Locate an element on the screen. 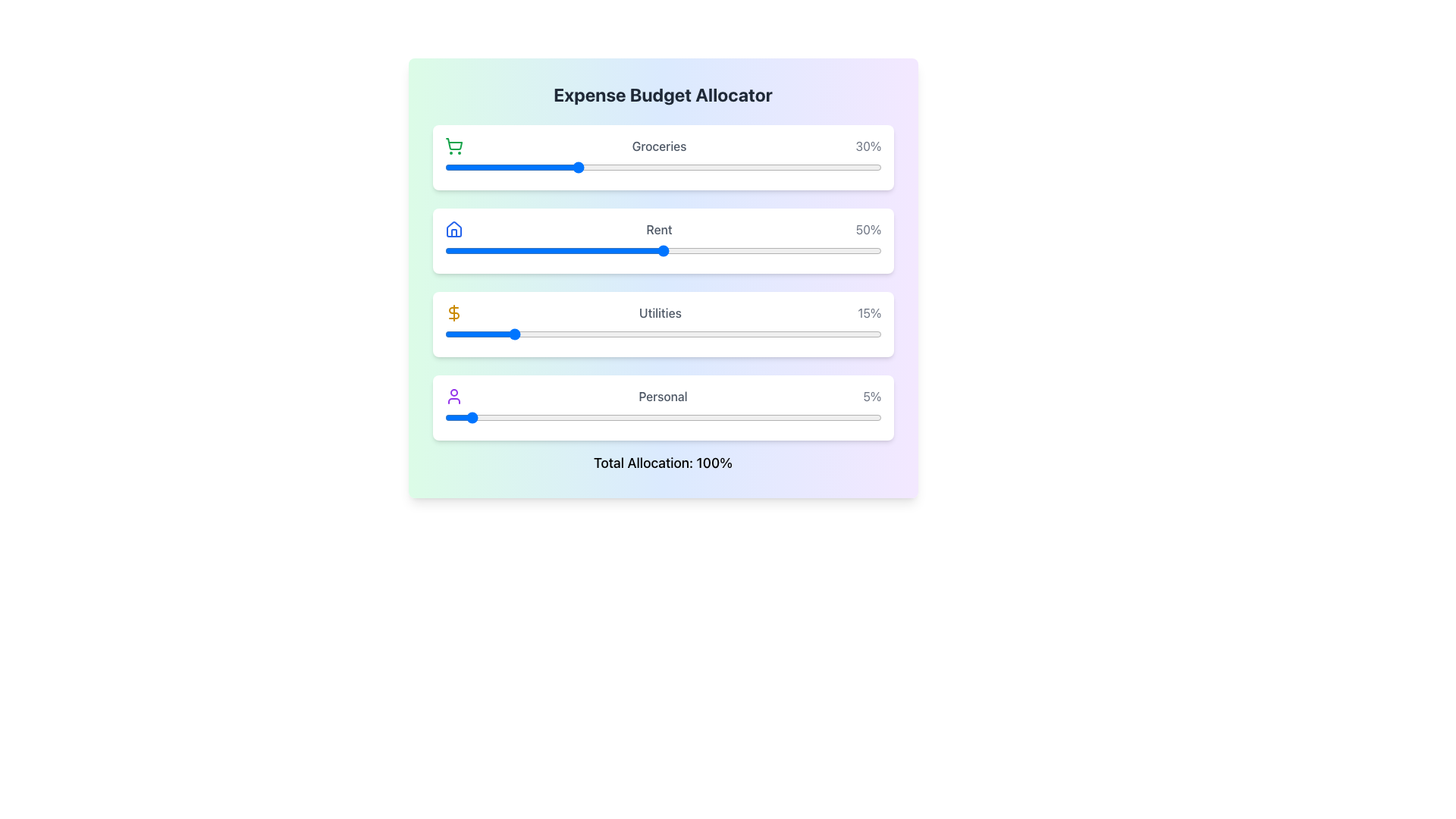  utilities allocation is located at coordinates (483, 333).